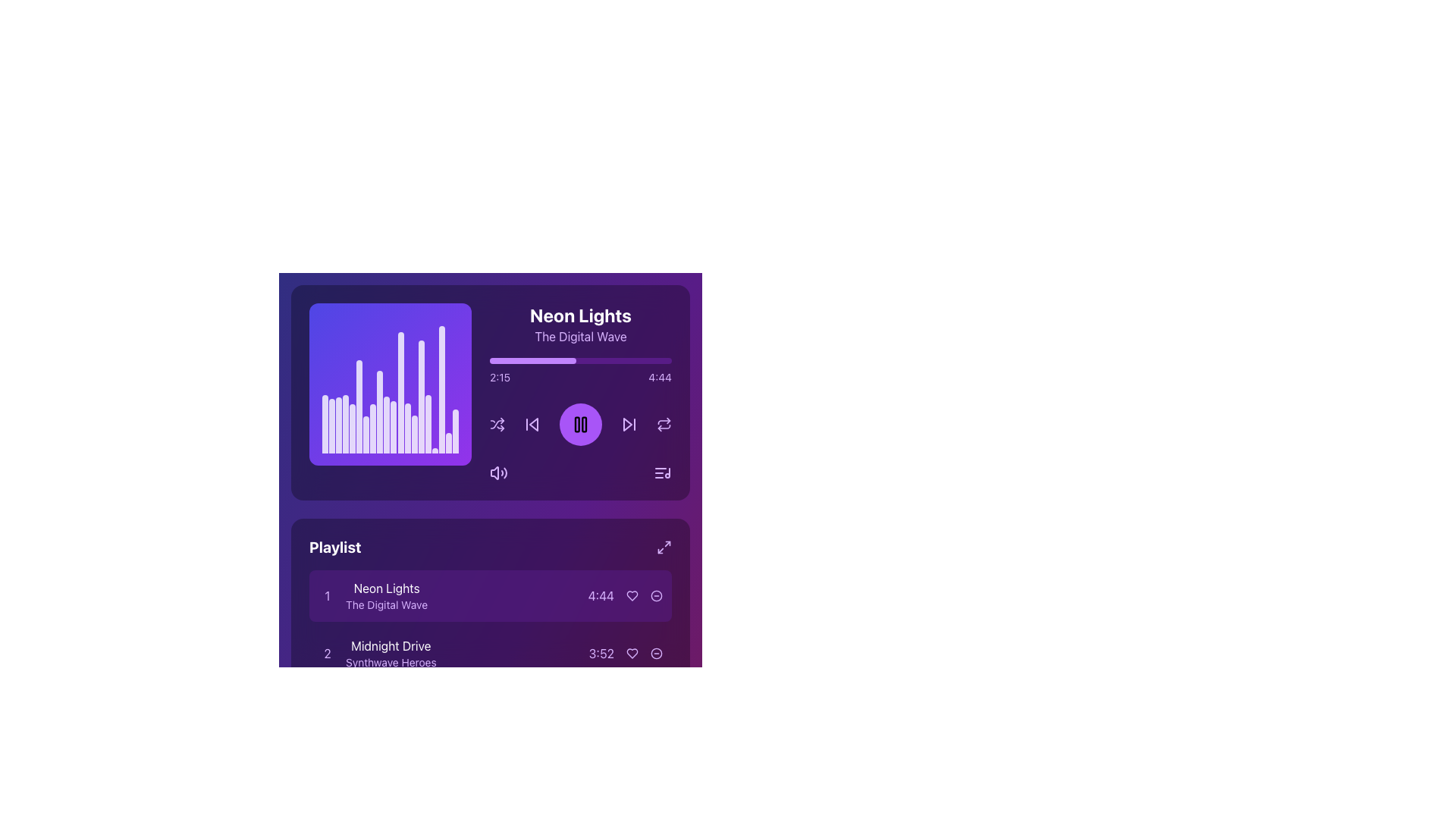 This screenshot has width=1456, height=819. Describe the element at coordinates (570, 360) in the screenshot. I see `the progress` at that location.